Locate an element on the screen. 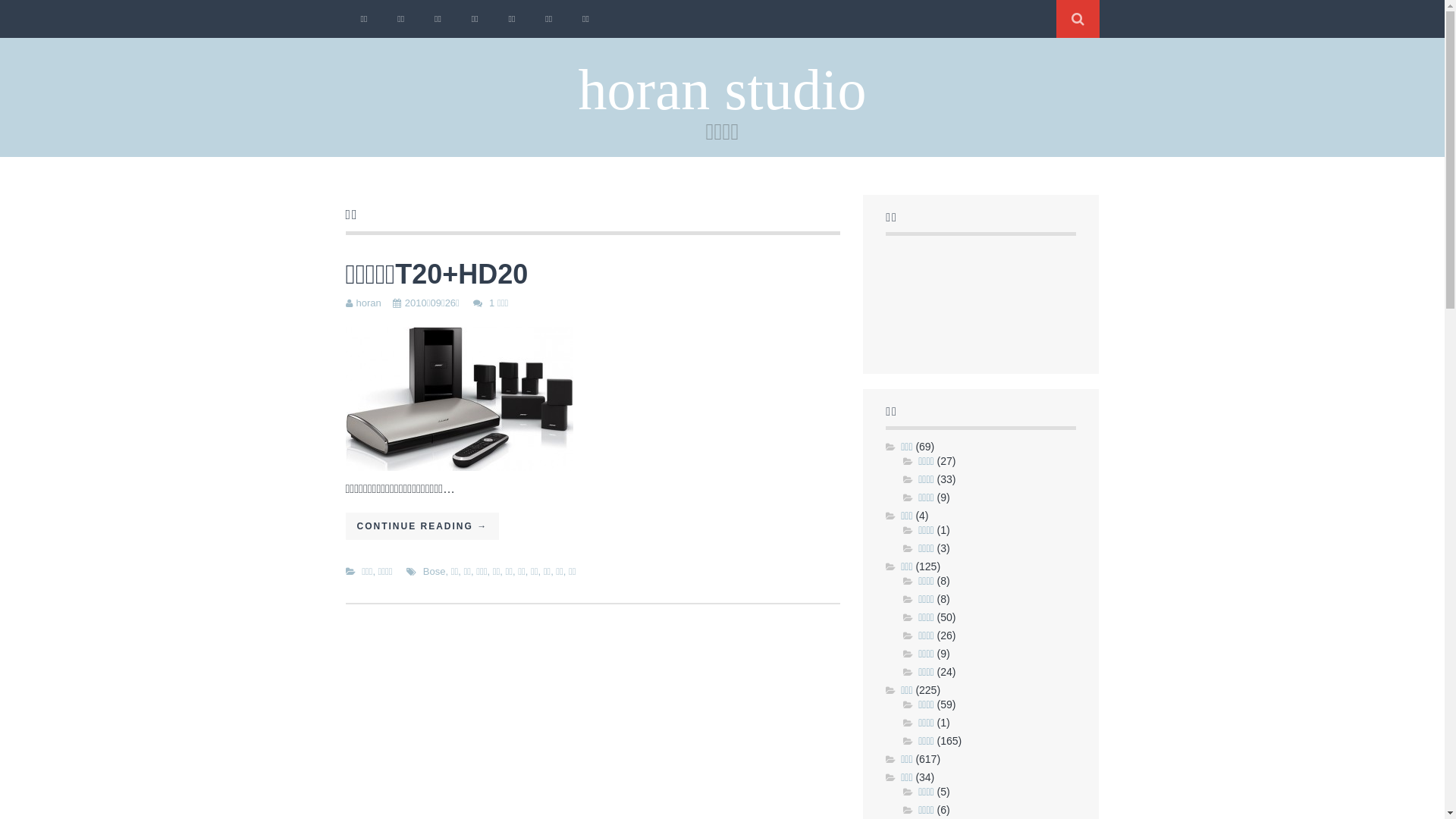 The width and height of the screenshot is (1456, 819). 'horan' is located at coordinates (356, 303).